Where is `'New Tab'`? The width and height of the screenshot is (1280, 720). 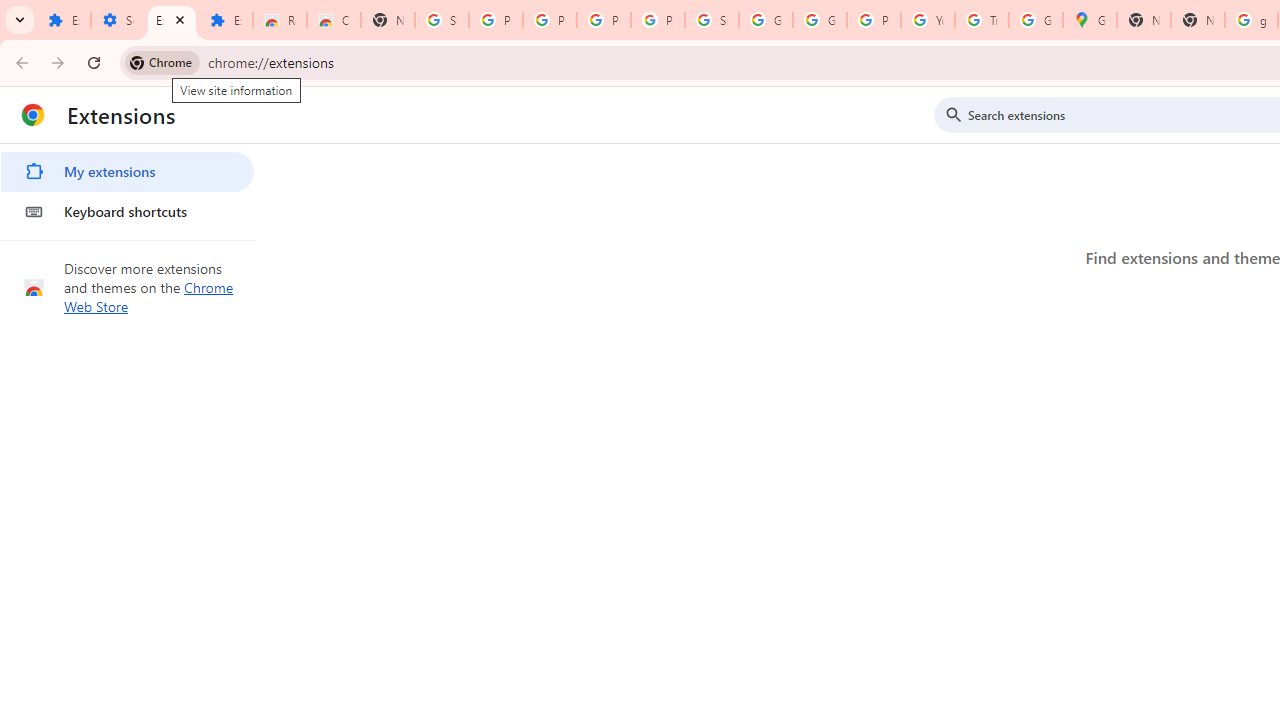
'New Tab' is located at coordinates (1198, 20).